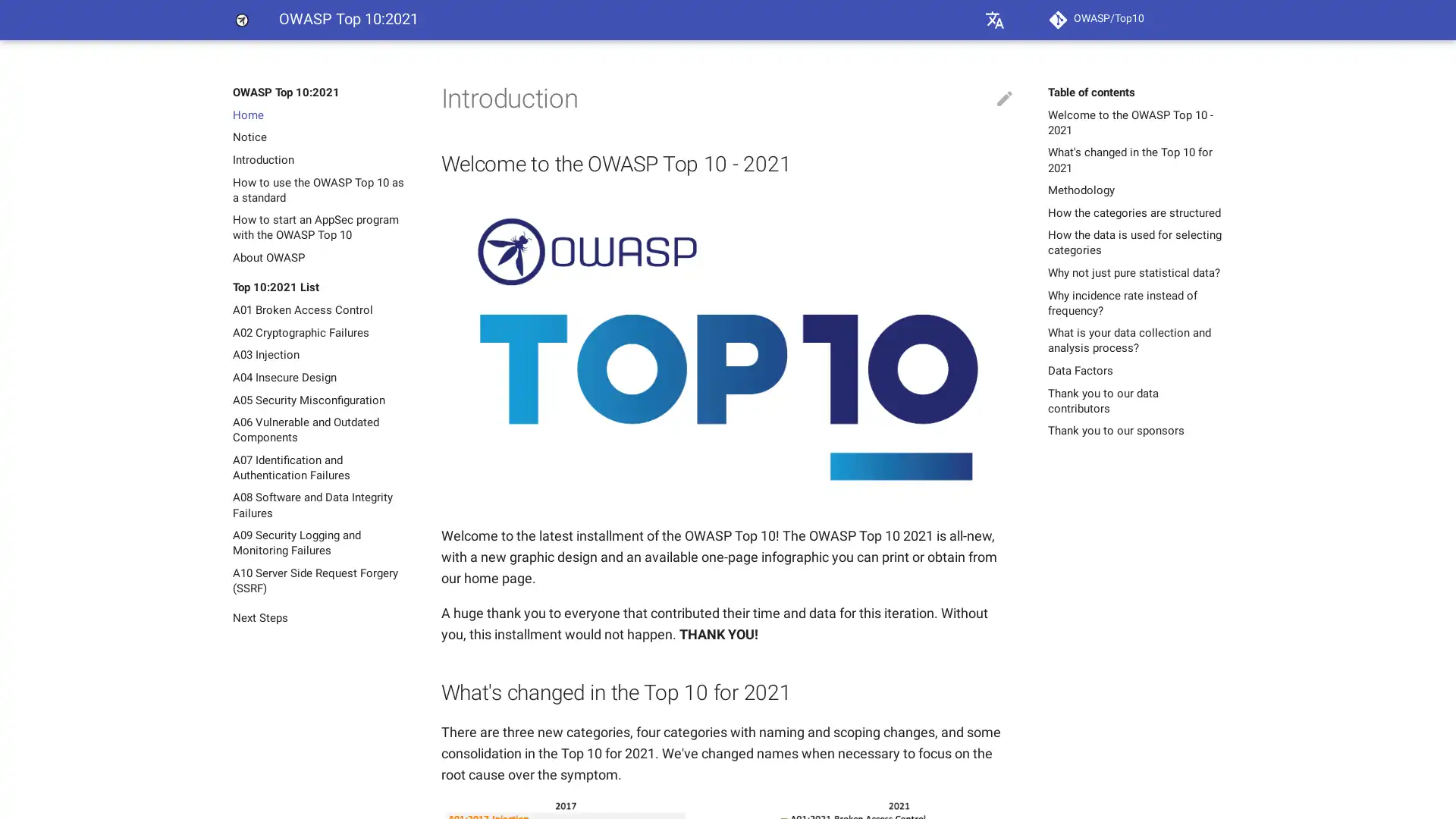 This screenshot has width=1456, height=819. I want to click on Select language, so click(994, 20).